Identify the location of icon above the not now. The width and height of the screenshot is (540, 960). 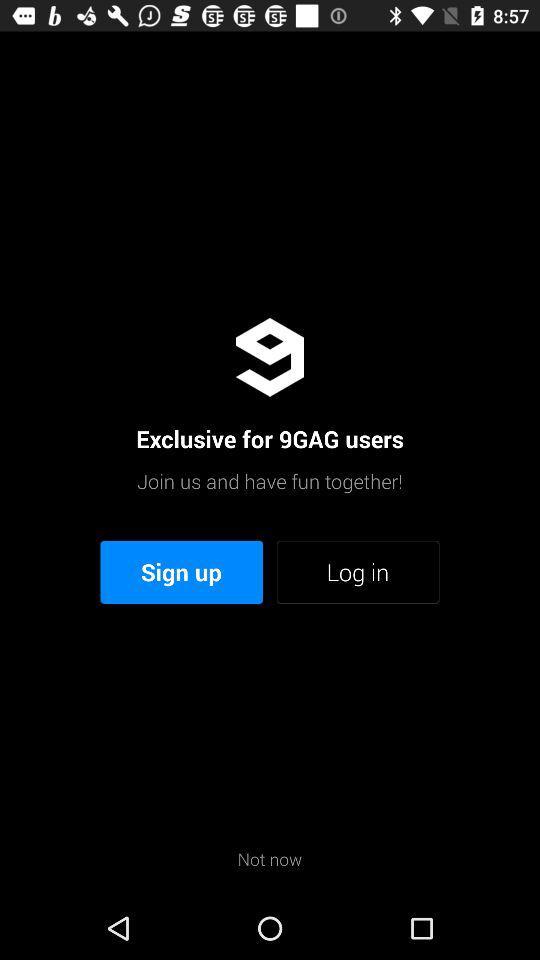
(181, 572).